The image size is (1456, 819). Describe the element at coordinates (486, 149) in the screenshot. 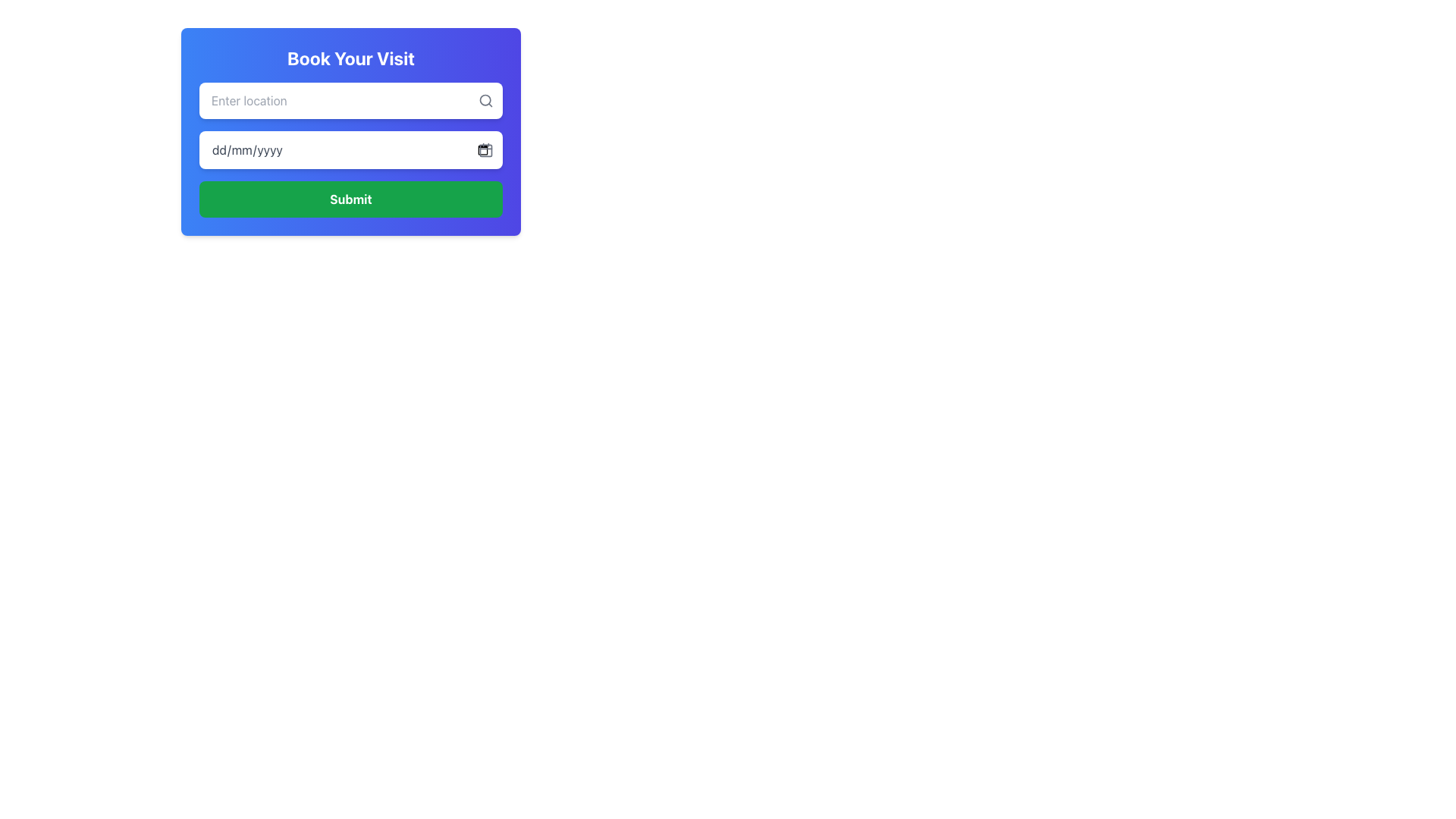

I see `the calendar icon located at the end of the horizontal layout right-aligned with the date input box titled 'dd/mm/yyyy'` at that location.